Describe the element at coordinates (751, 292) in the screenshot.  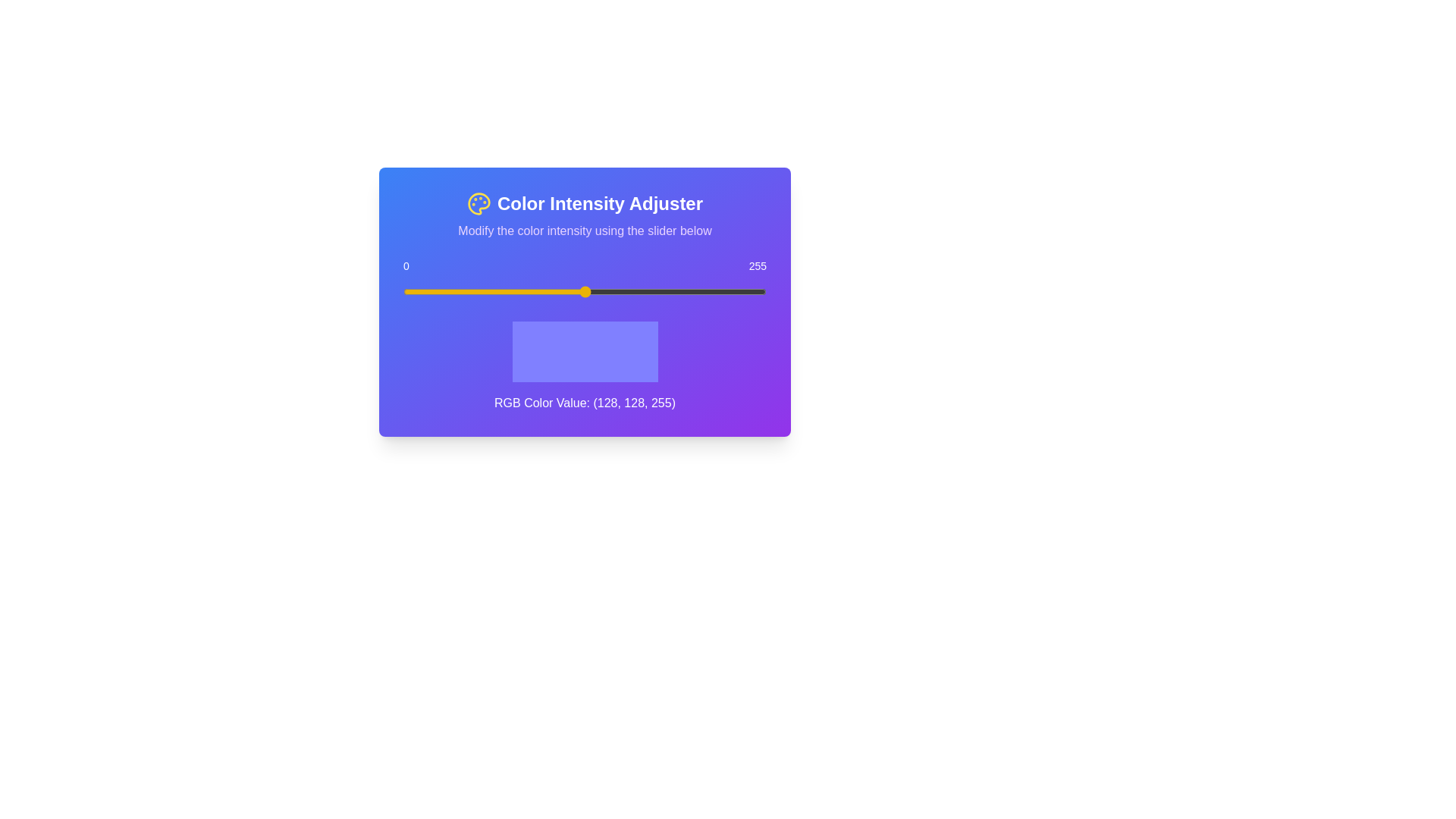
I see `the slider to set the color intensity to 244` at that location.